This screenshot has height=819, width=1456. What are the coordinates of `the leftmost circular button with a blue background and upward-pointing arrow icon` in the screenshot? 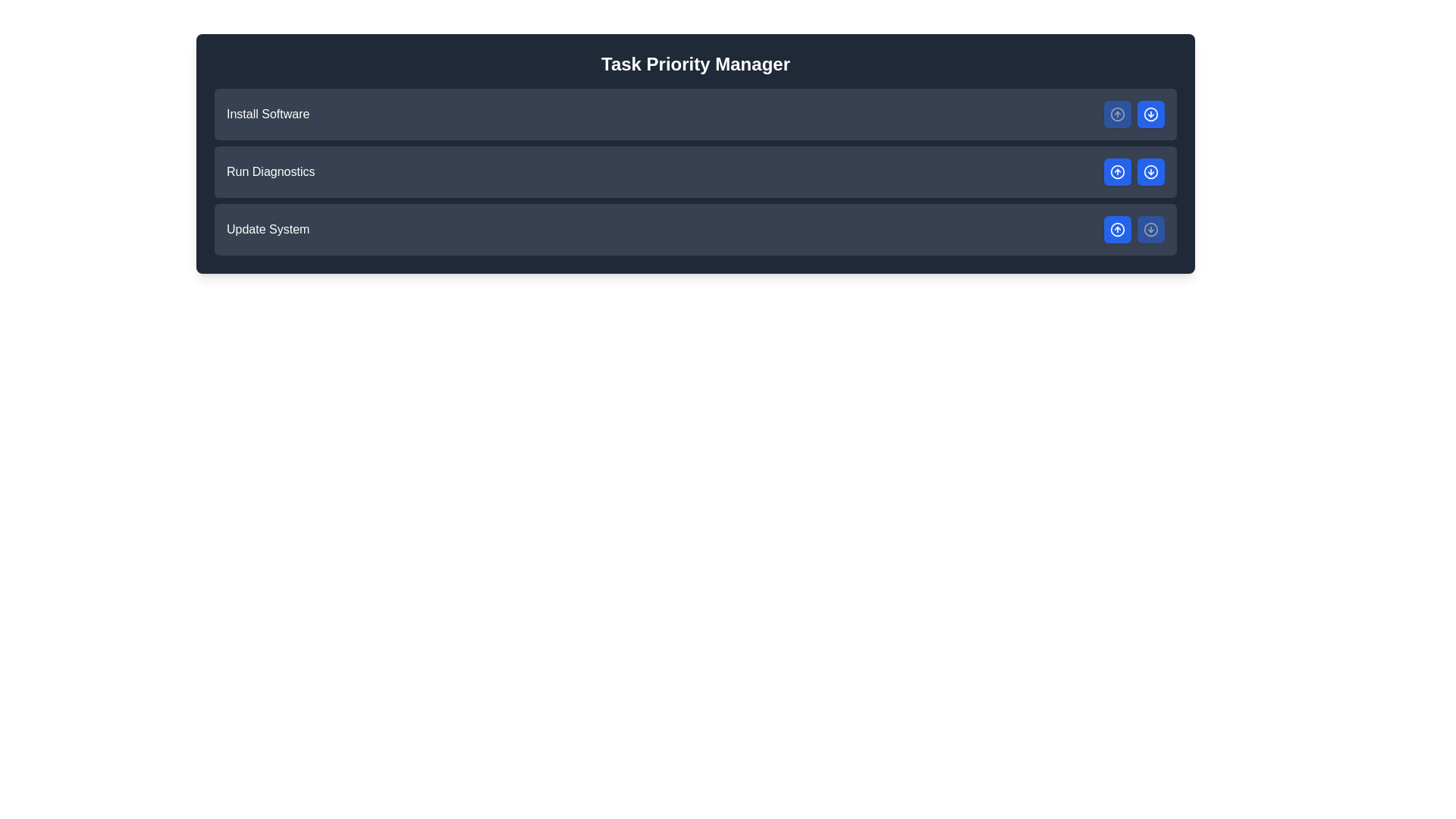 It's located at (1117, 113).